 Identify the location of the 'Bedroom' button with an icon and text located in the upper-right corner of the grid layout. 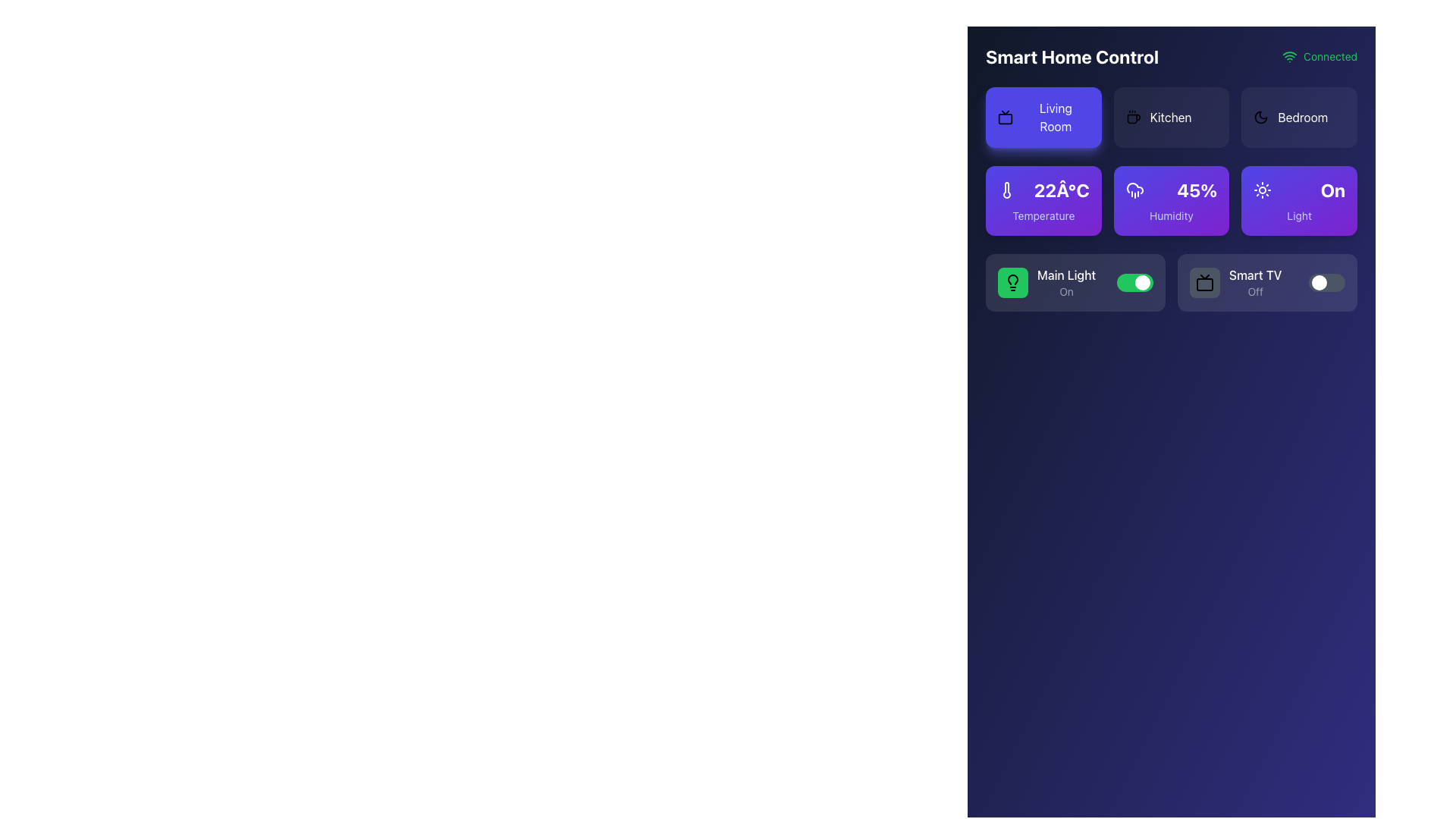
(1298, 116).